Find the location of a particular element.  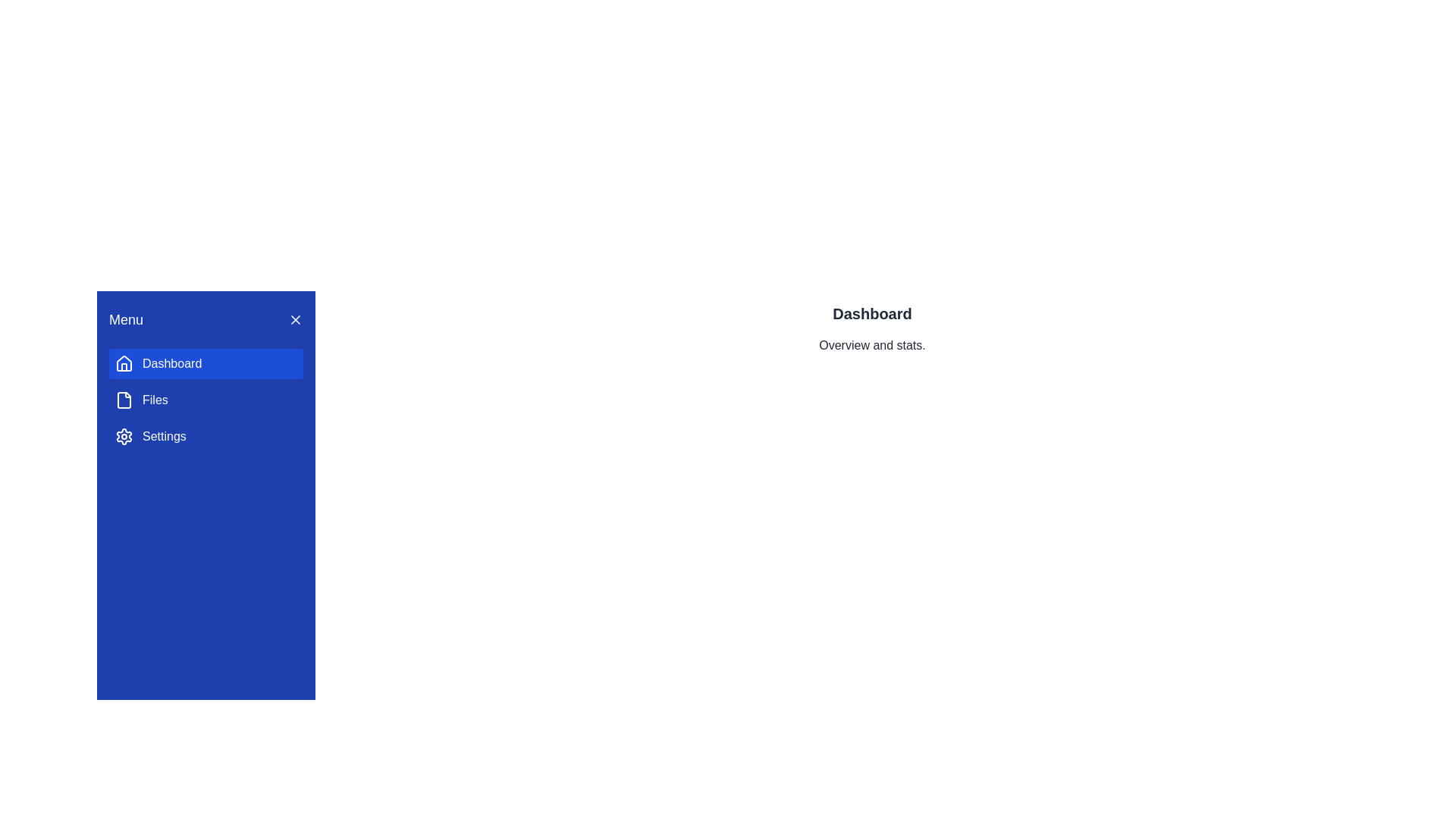

the 'X' button to close the drawer is located at coordinates (295, 318).